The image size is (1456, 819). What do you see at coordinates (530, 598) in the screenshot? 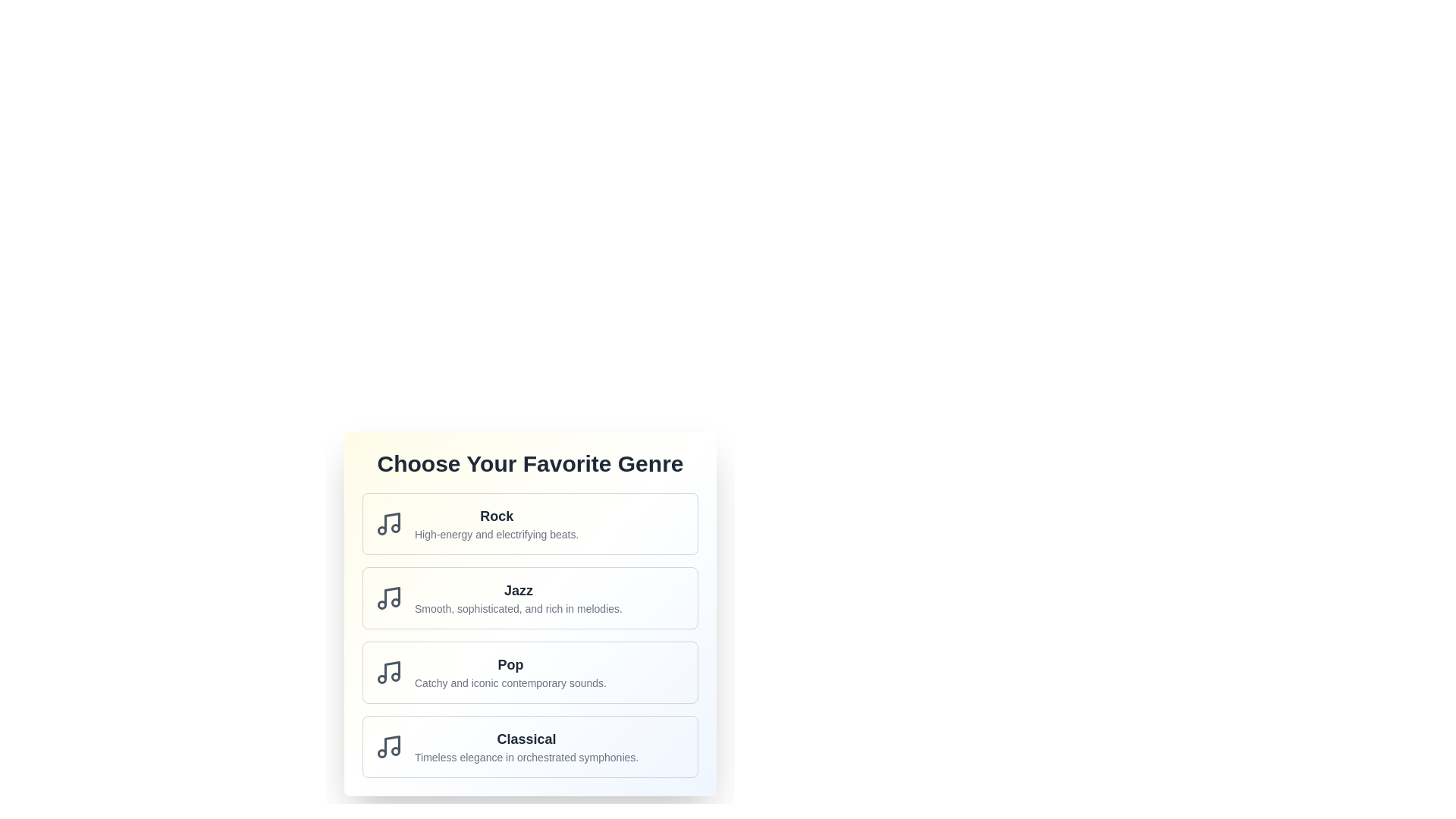
I see `the selectable list item for 'Jazz'` at bounding box center [530, 598].